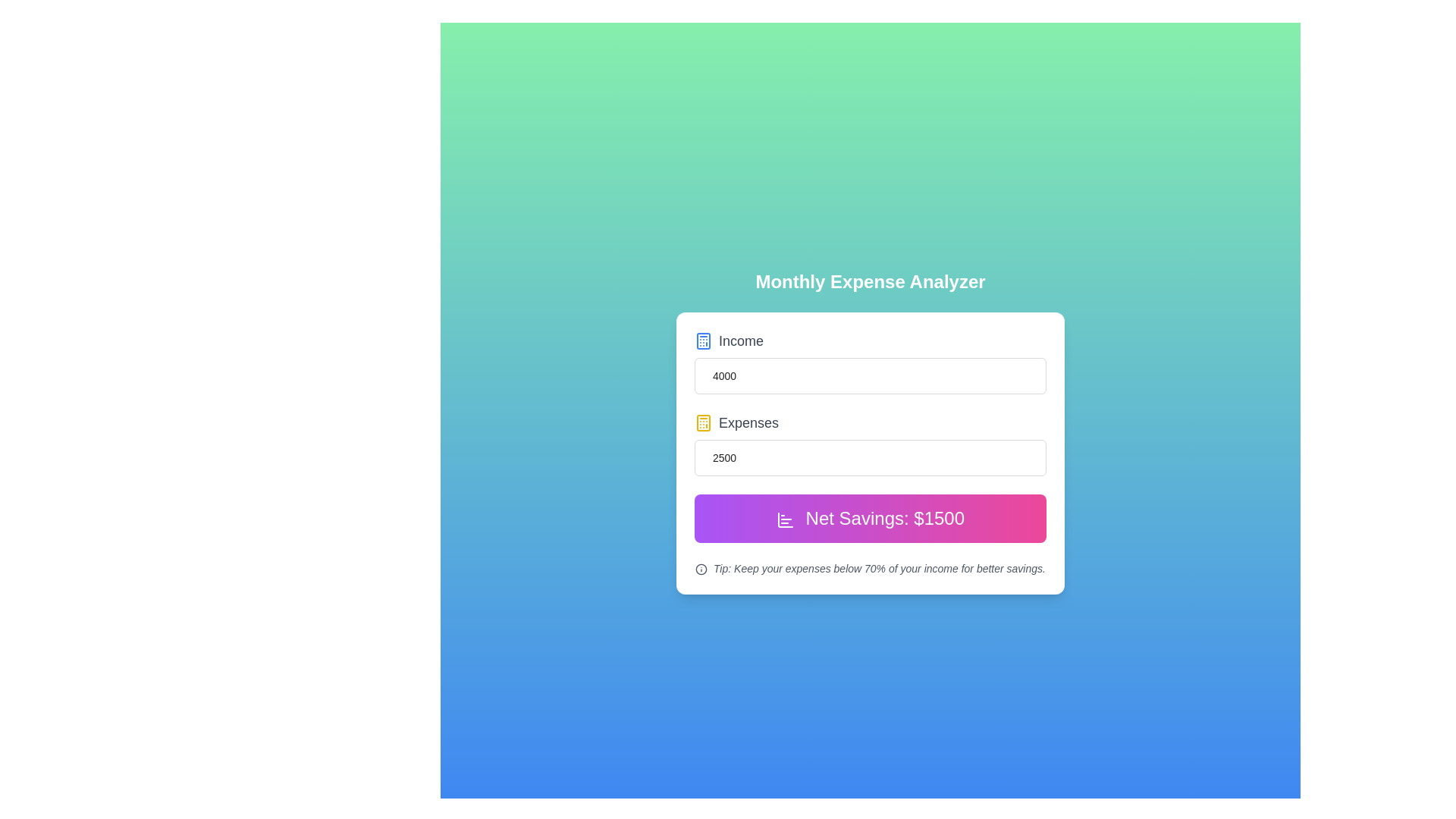  Describe the element at coordinates (785, 519) in the screenshot. I see `the rectangular icon resembling a bar chart, which is positioned to the left of the 'Net Savings' label on the purple button` at that location.